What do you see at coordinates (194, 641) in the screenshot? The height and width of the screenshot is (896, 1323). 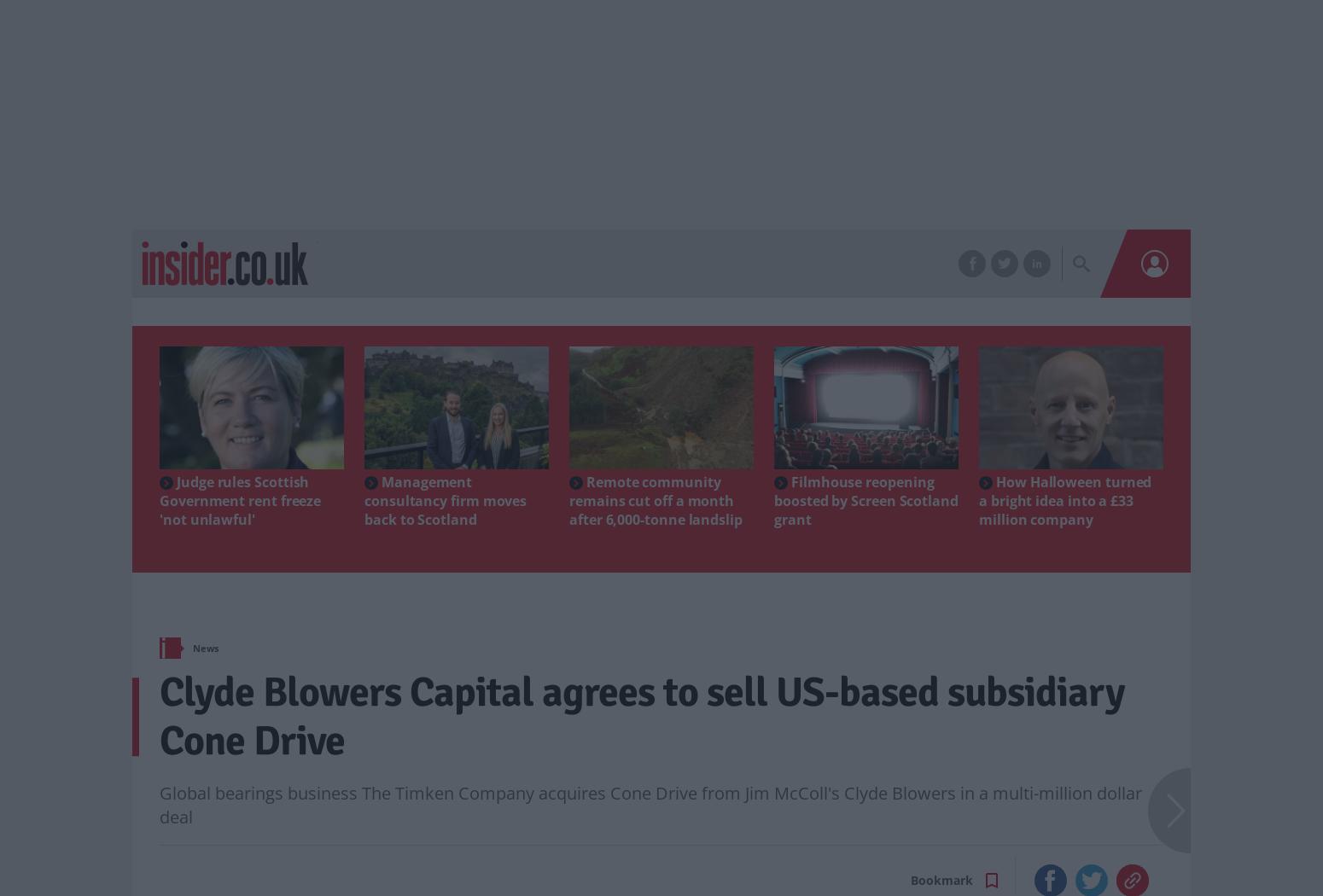 I see `'Home'` at bounding box center [194, 641].